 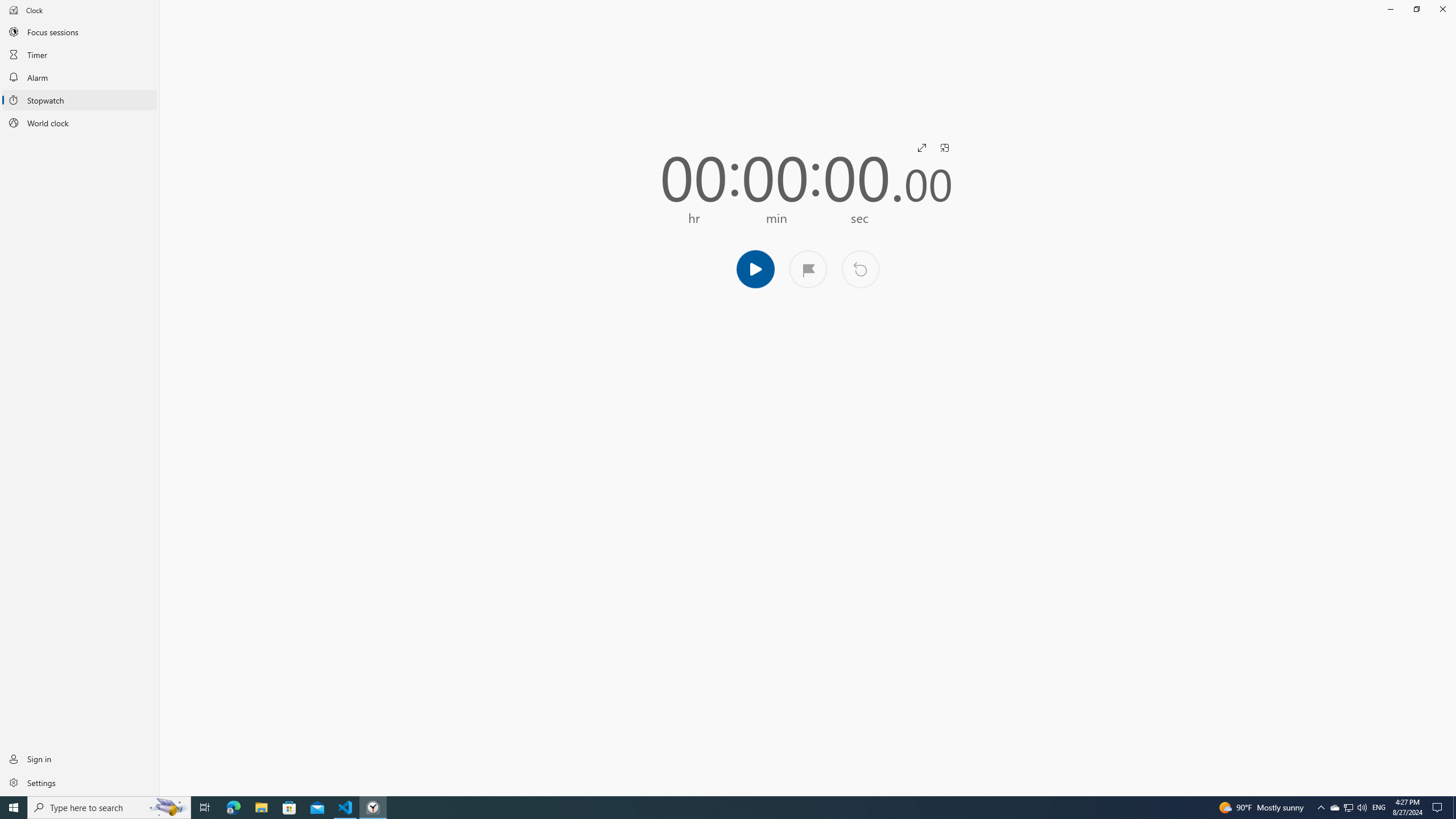 What do you see at coordinates (1361, 806) in the screenshot?
I see `'Q2790: 100%'` at bounding box center [1361, 806].